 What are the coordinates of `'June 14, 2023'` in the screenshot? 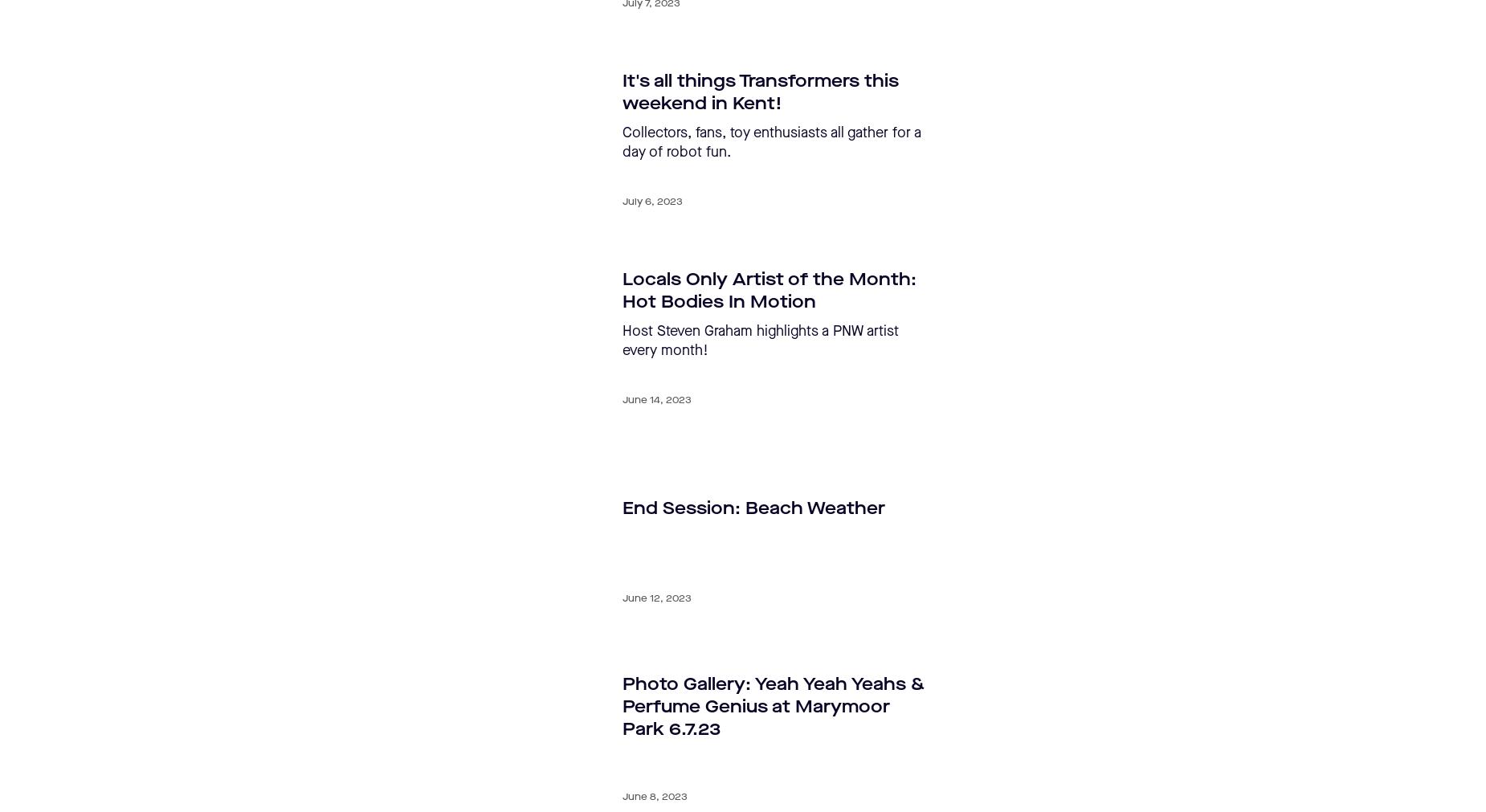 It's located at (657, 399).